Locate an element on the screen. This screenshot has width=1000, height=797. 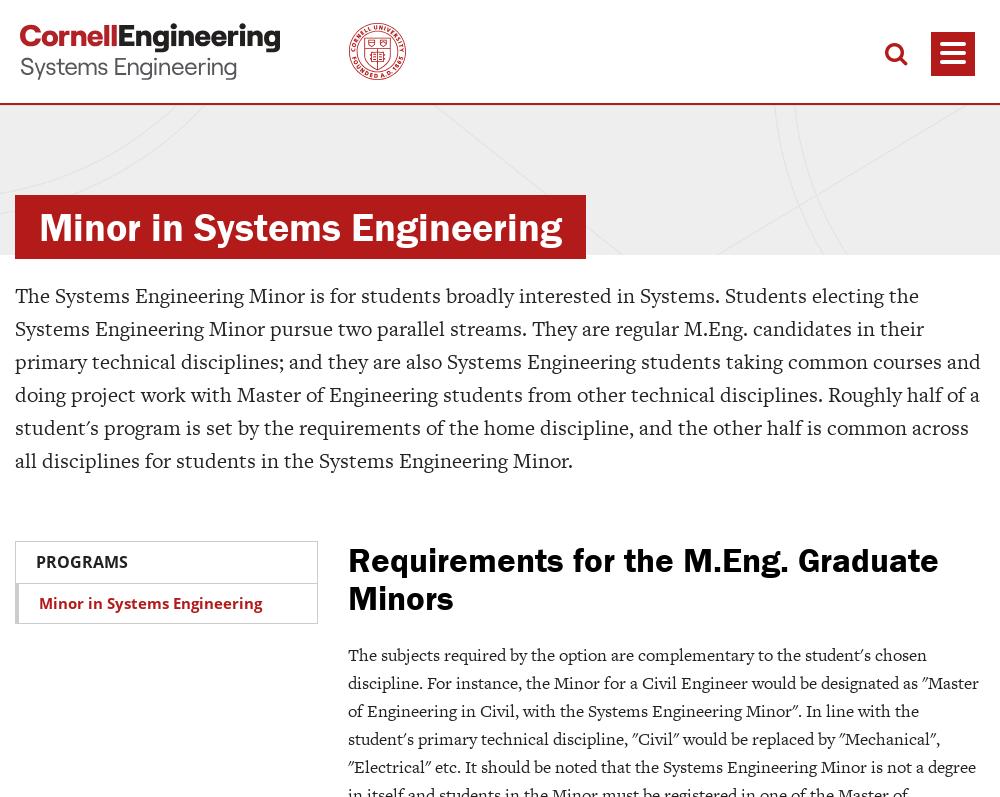
'Events' is located at coordinates (798, 693).